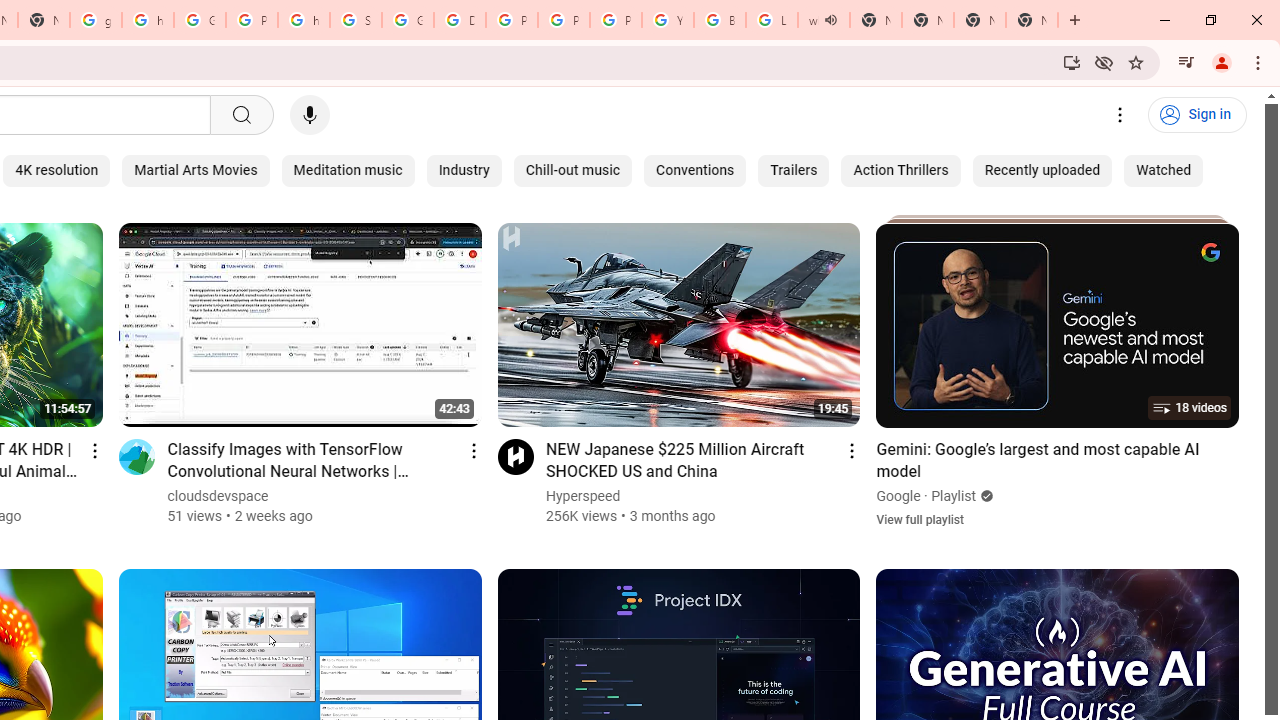 This screenshot has width=1280, height=720. What do you see at coordinates (218, 495) in the screenshot?
I see `'cloudsdevspace'` at bounding box center [218, 495].